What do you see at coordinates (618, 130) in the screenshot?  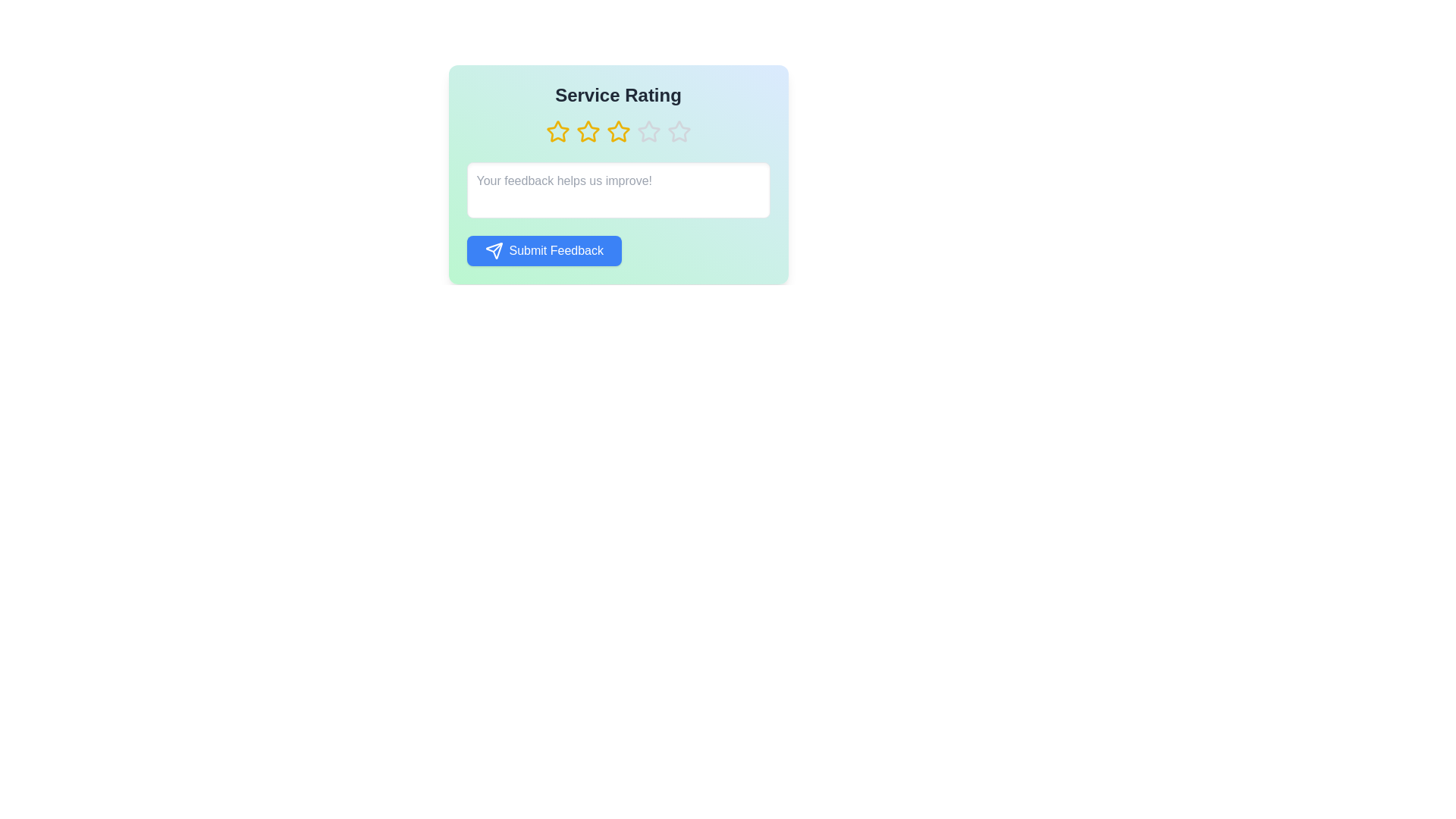 I see `the rating stars located below the 'Service Rating' heading` at bounding box center [618, 130].